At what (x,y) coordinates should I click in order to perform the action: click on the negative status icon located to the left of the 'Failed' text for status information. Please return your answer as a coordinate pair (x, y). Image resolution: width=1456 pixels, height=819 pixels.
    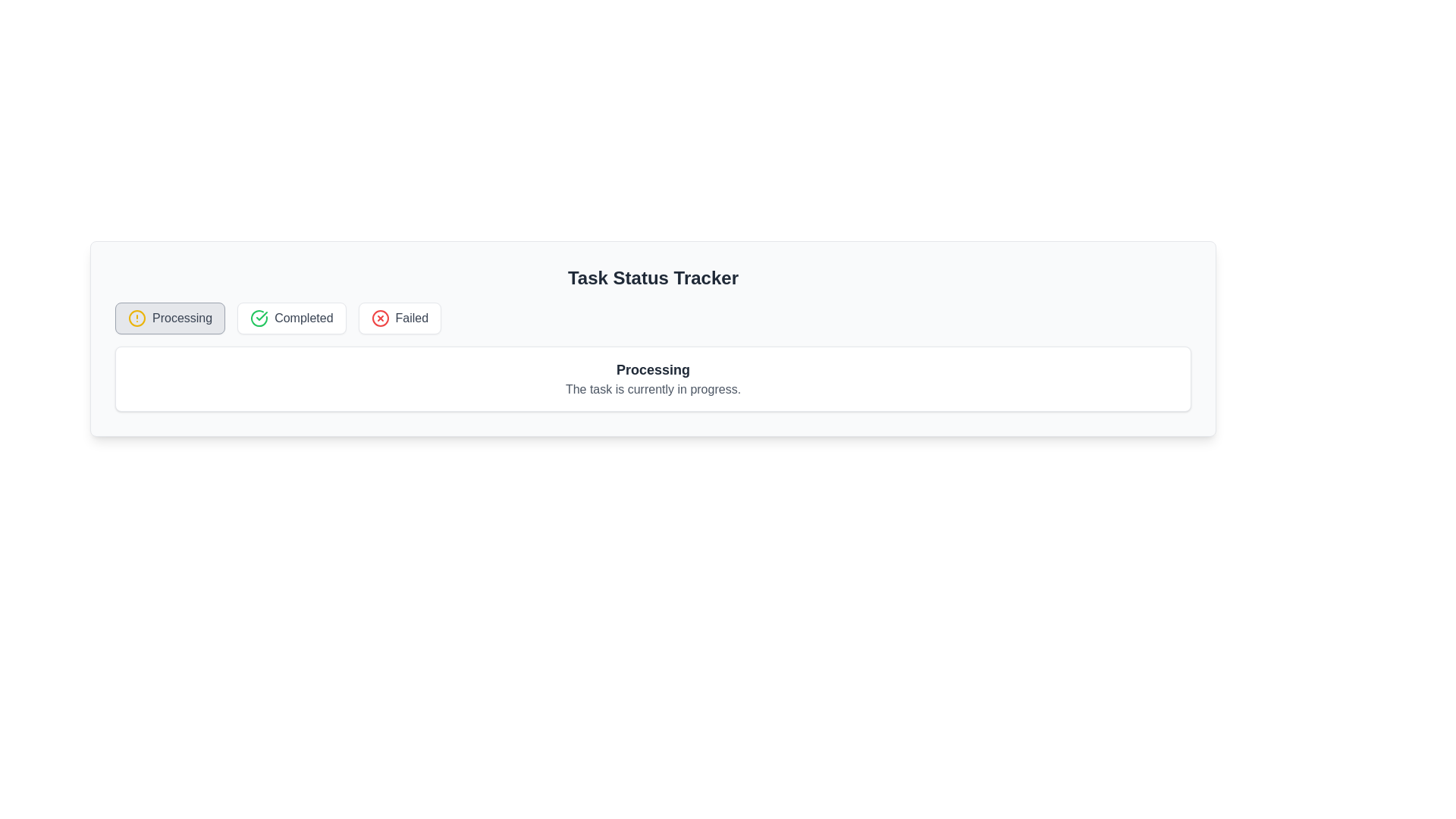
    Looking at the image, I should click on (380, 318).